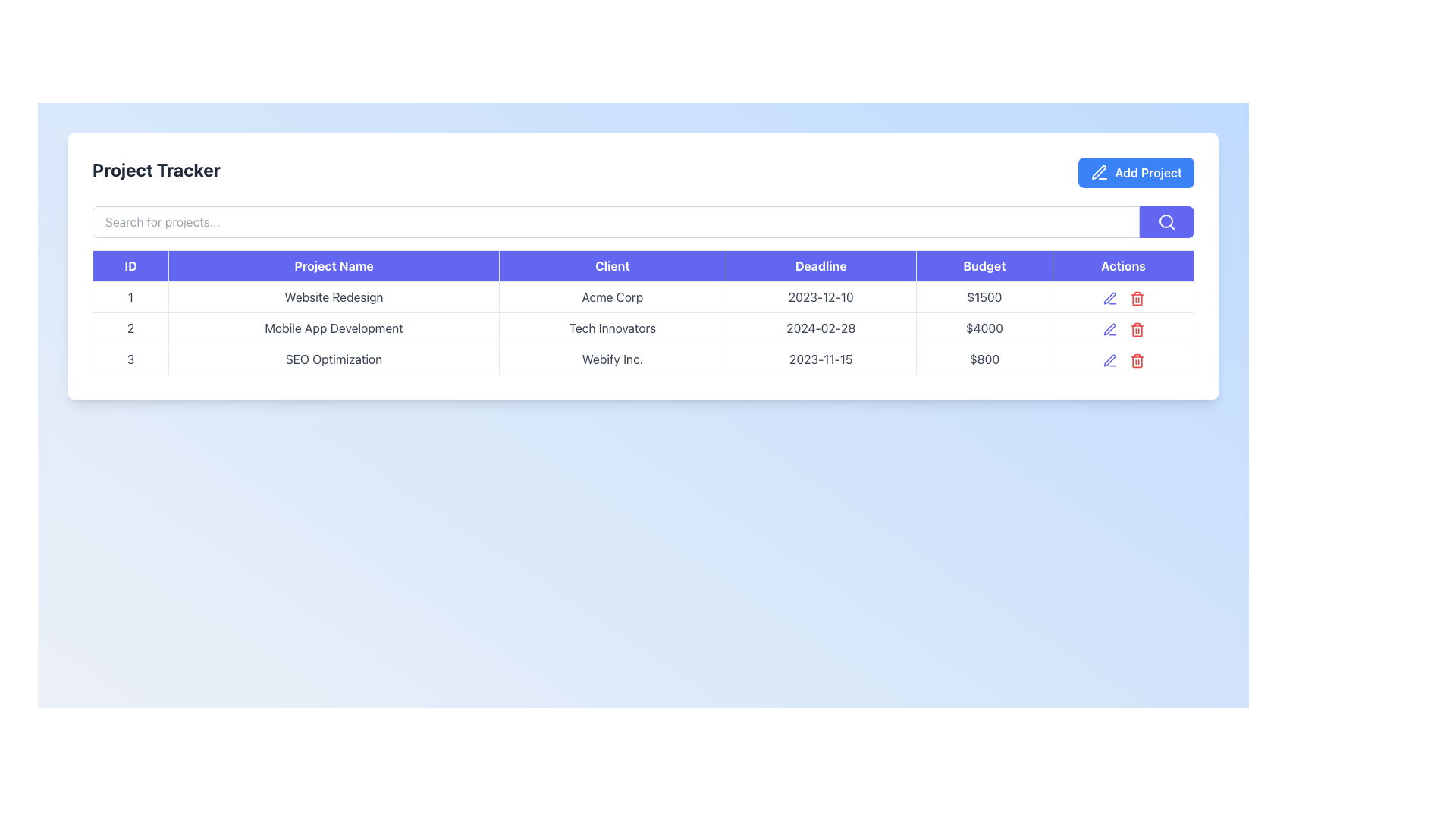 This screenshot has width=1456, height=819. I want to click on the third row of the project tracker table representing 'SEO Optimization' assigned to 'Webify Inc.', so click(643, 359).